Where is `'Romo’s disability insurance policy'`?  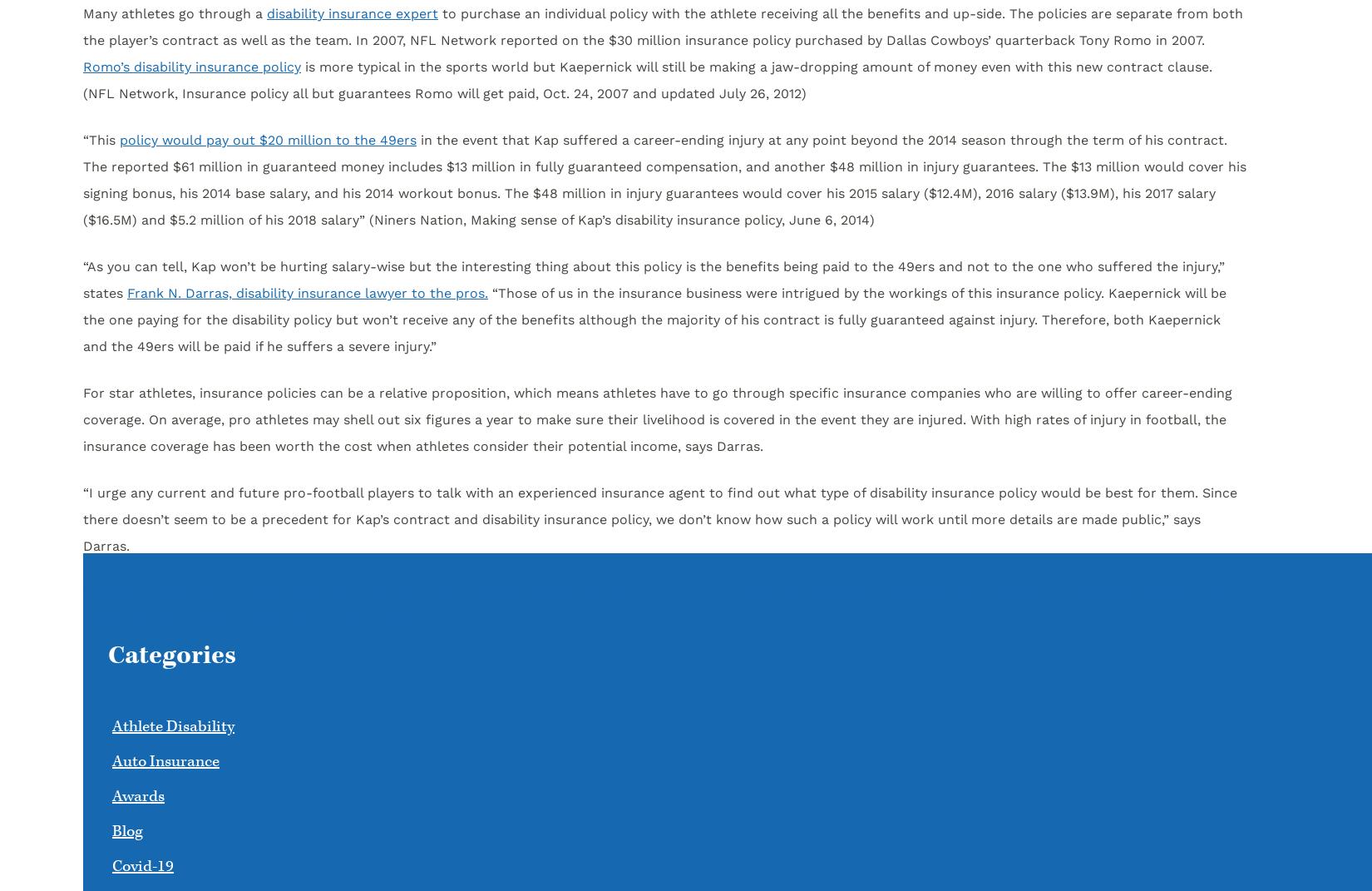 'Romo’s disability insurance policy' is located at coordinates (192, 67).